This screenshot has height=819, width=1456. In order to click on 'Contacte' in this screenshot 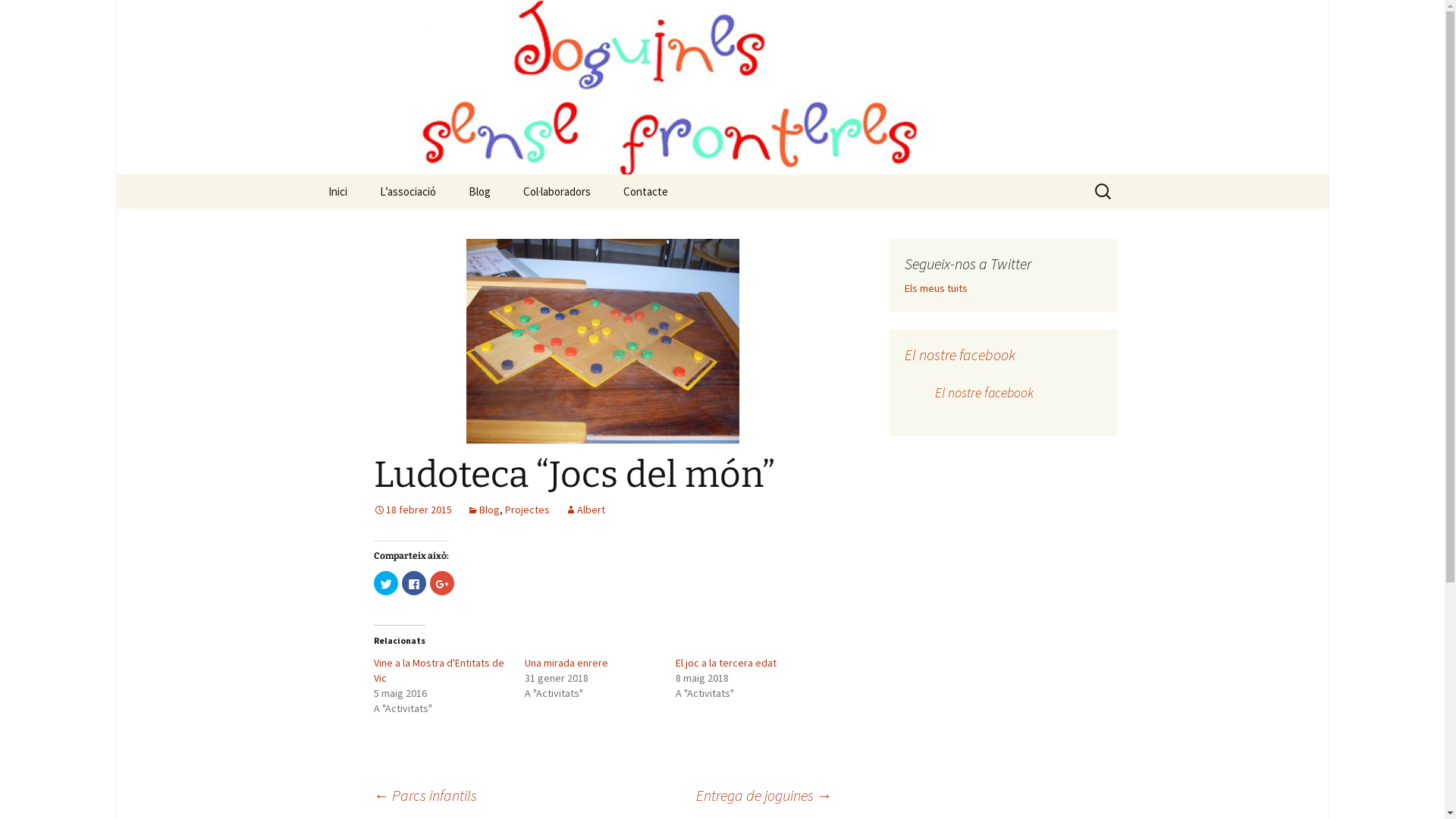, I will do `click(645, 190)`.